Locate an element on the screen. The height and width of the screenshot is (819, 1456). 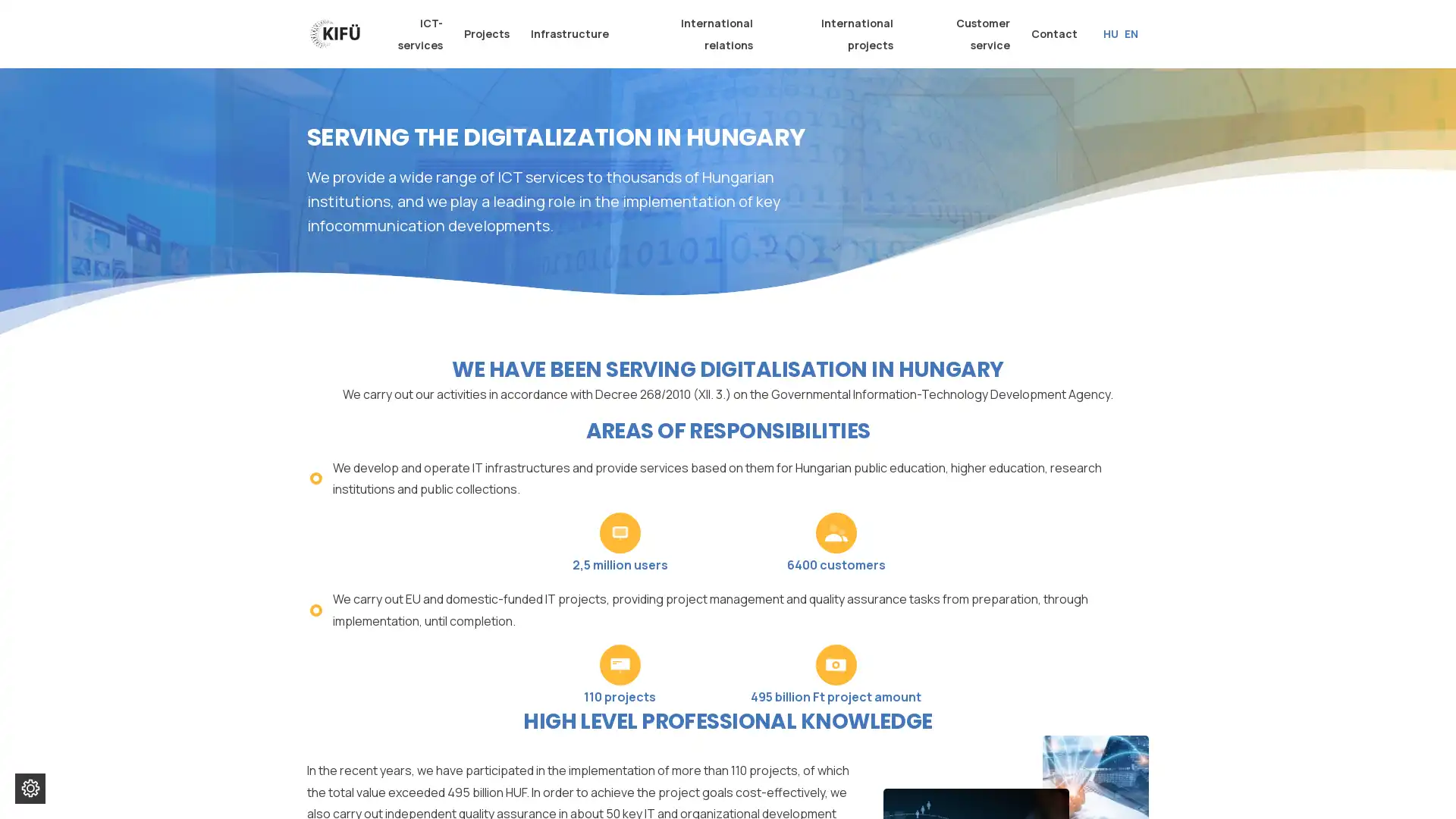
Change cookie settings is located at coordinates (30, 788).